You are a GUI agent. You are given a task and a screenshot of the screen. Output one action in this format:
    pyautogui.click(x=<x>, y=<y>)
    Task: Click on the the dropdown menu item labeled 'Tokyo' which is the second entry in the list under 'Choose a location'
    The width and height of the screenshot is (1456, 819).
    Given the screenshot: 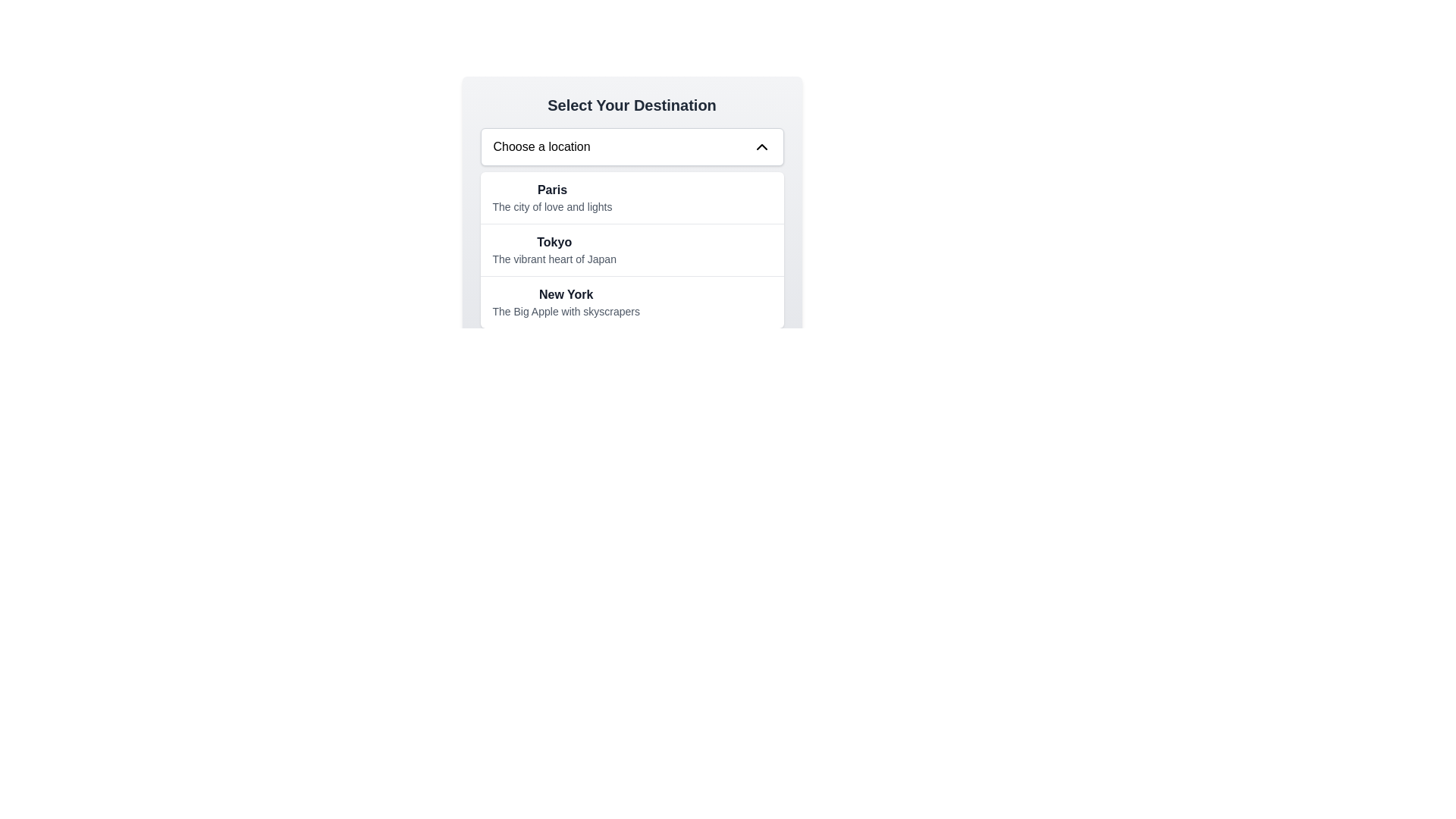 What is the action you would take?
    pyautogui.click(x=632, y=249)
    